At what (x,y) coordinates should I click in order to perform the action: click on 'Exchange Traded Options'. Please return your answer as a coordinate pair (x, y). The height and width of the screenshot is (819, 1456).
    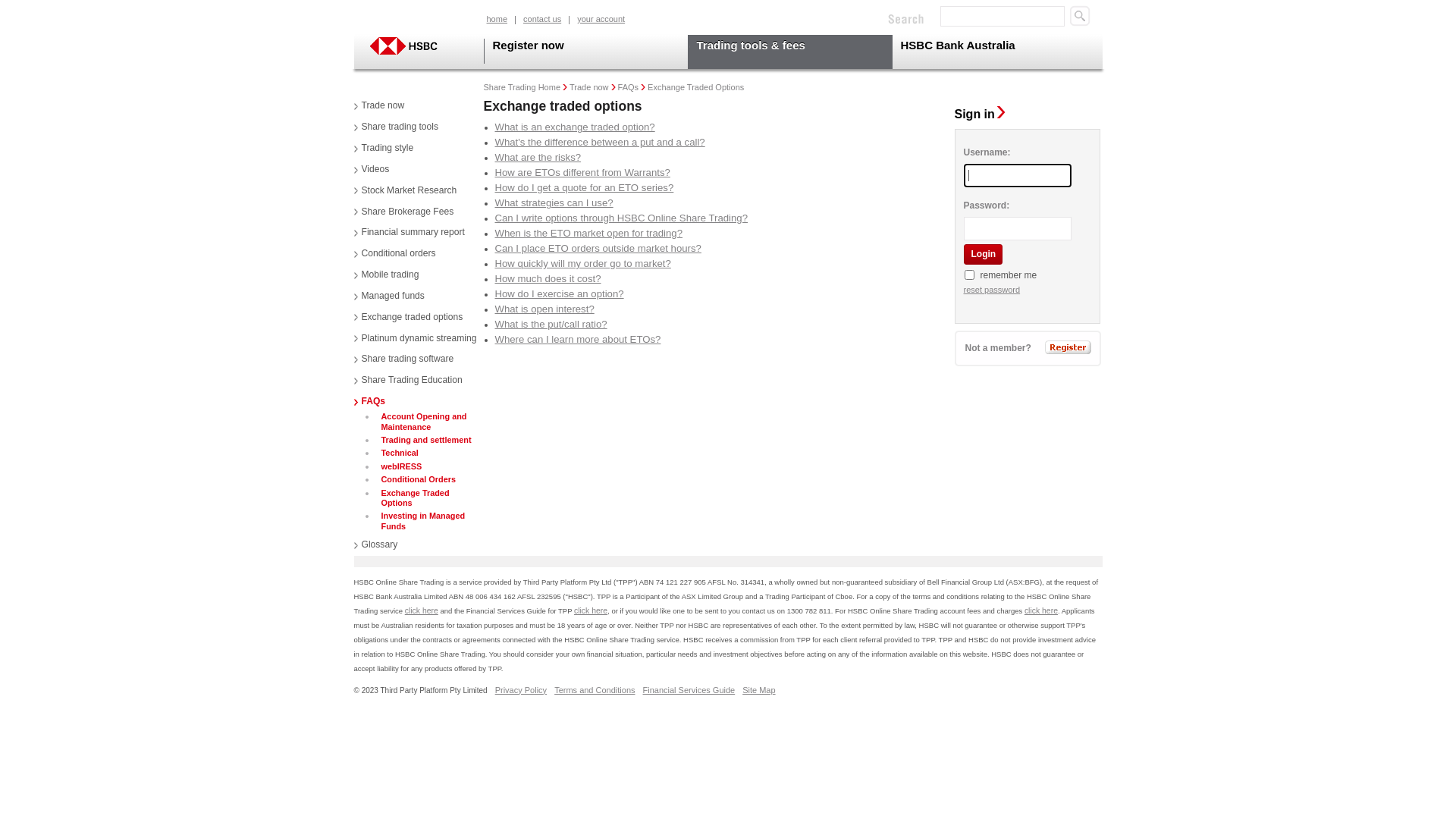
    Looking at the image, I should click on (429, 498).